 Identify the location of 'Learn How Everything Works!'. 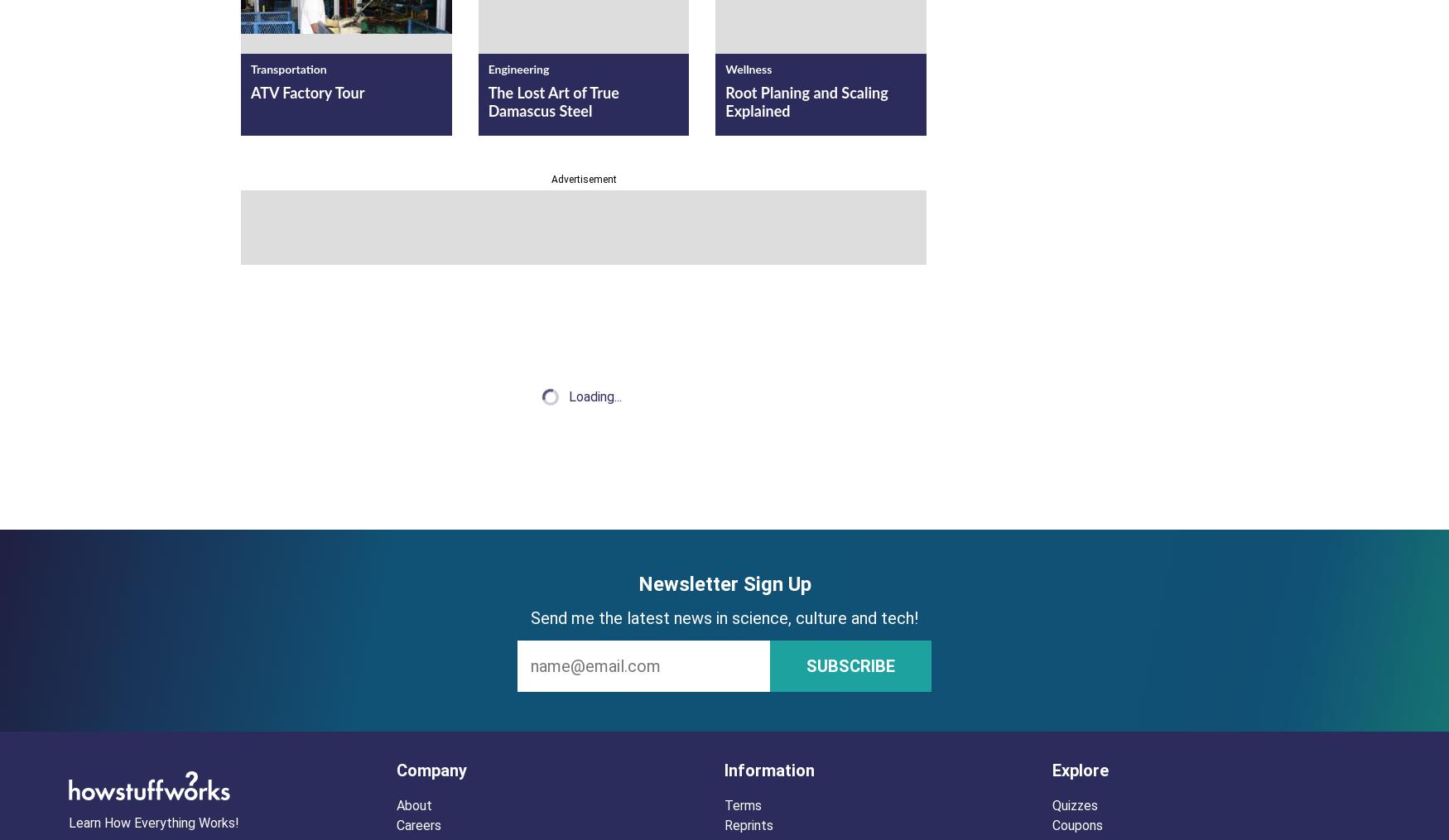
(153, 822).